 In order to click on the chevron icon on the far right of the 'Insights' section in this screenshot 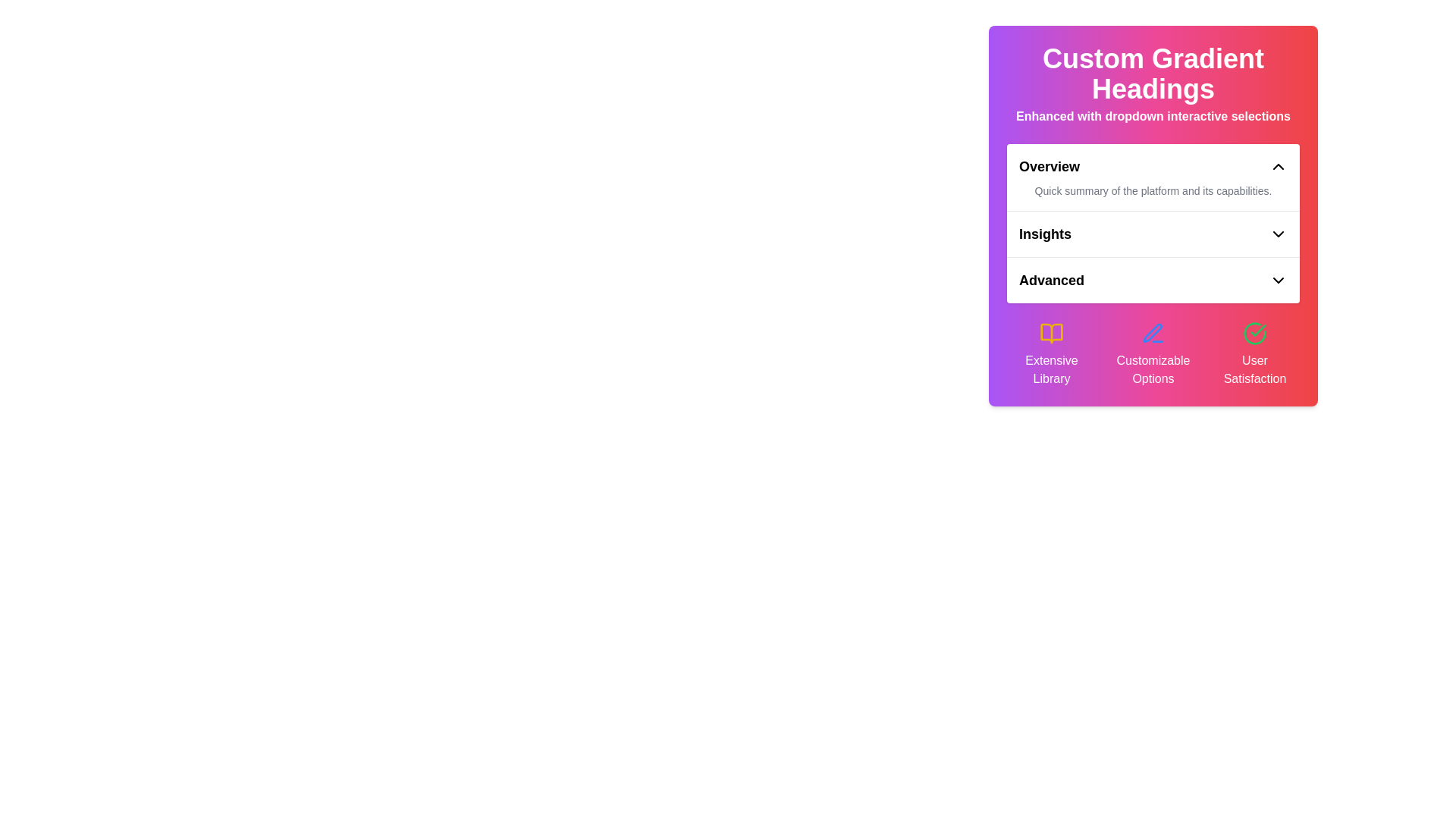, I will do `click(1277, 234)`.